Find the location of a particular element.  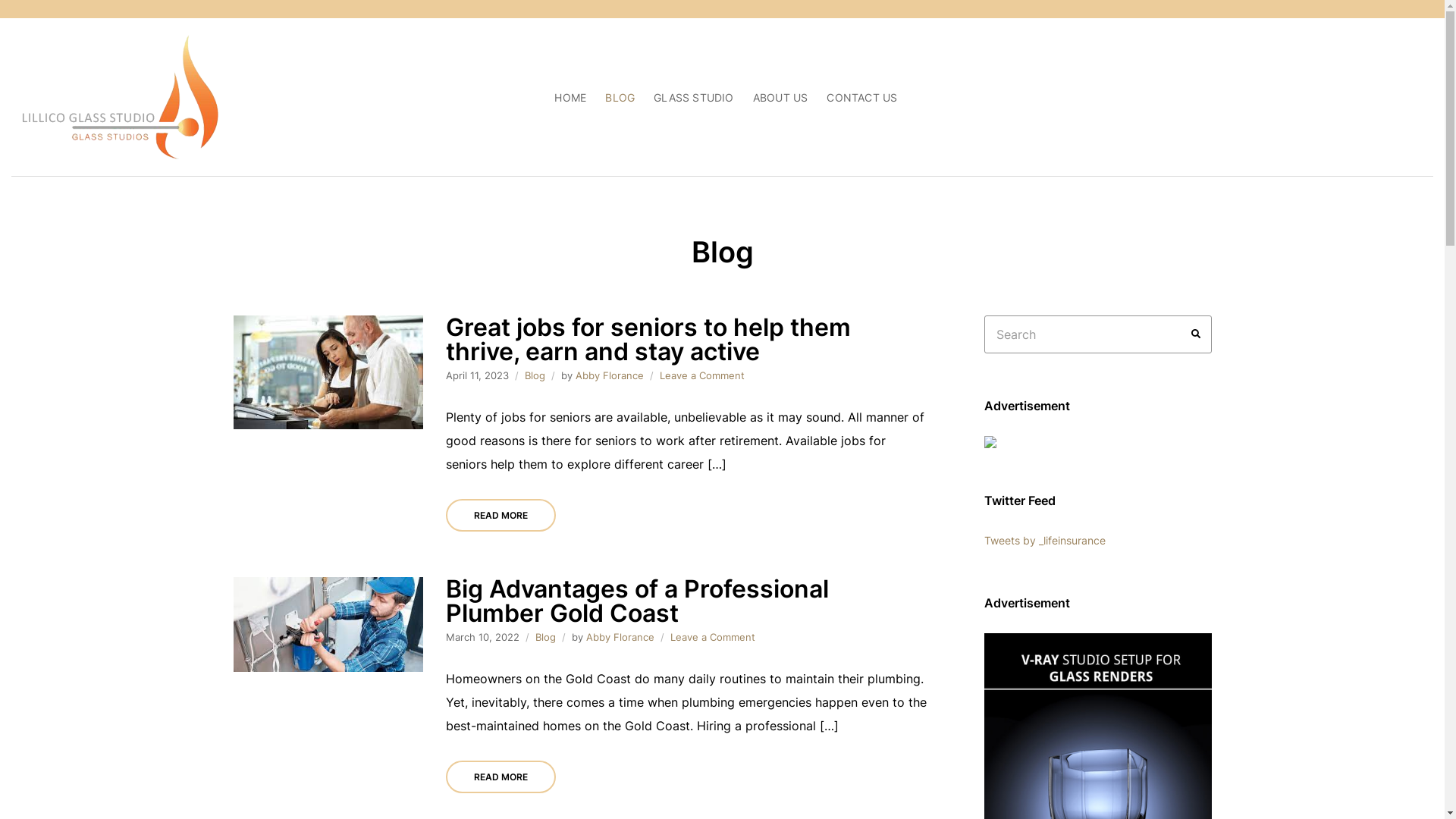

'ABOUT US' is located at coordinates (780, 97).